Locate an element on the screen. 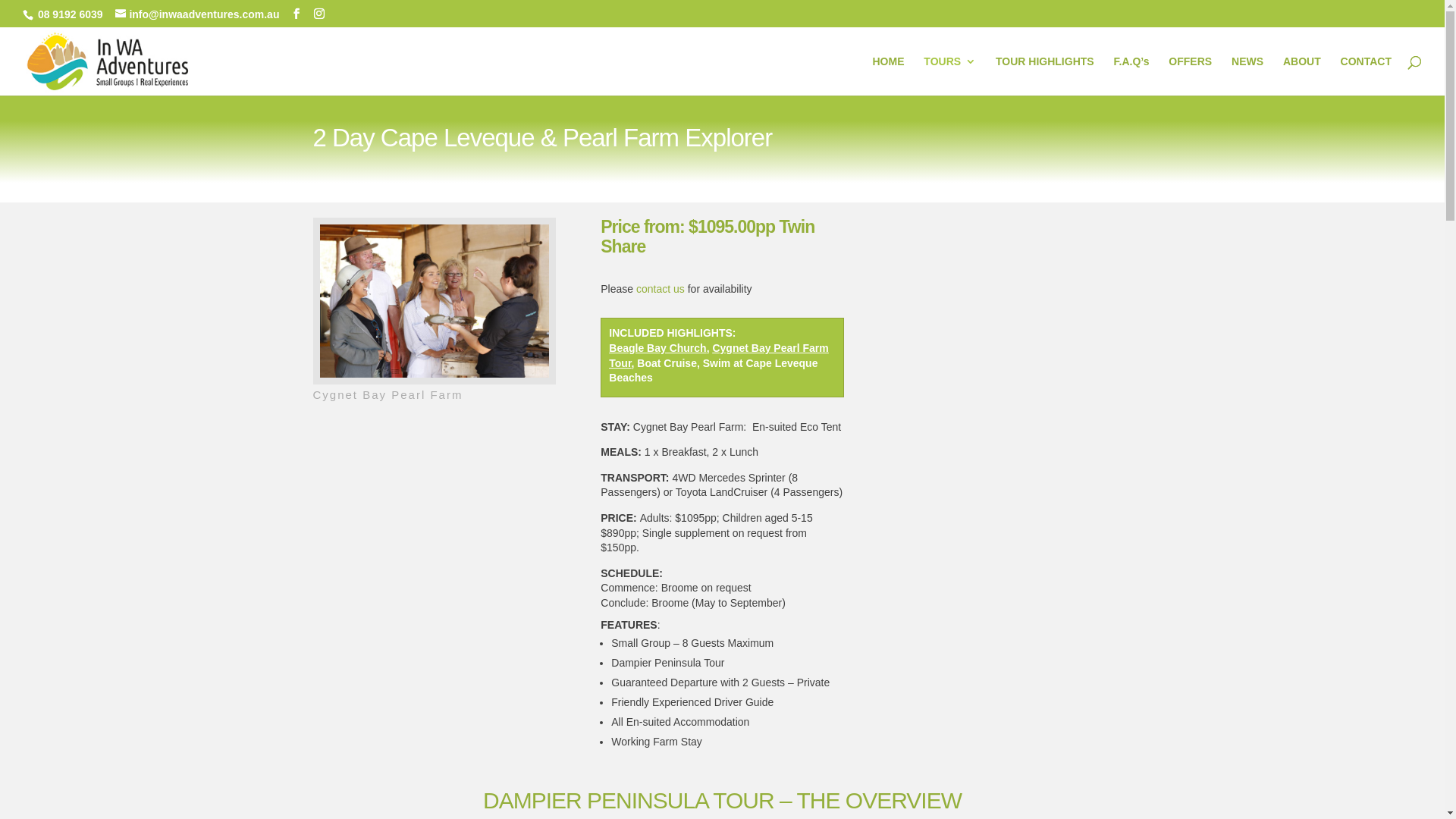 The image size is (1456, 819). 'TOUR HIGHLIGHTS' is located at coordinates (1043, 76).